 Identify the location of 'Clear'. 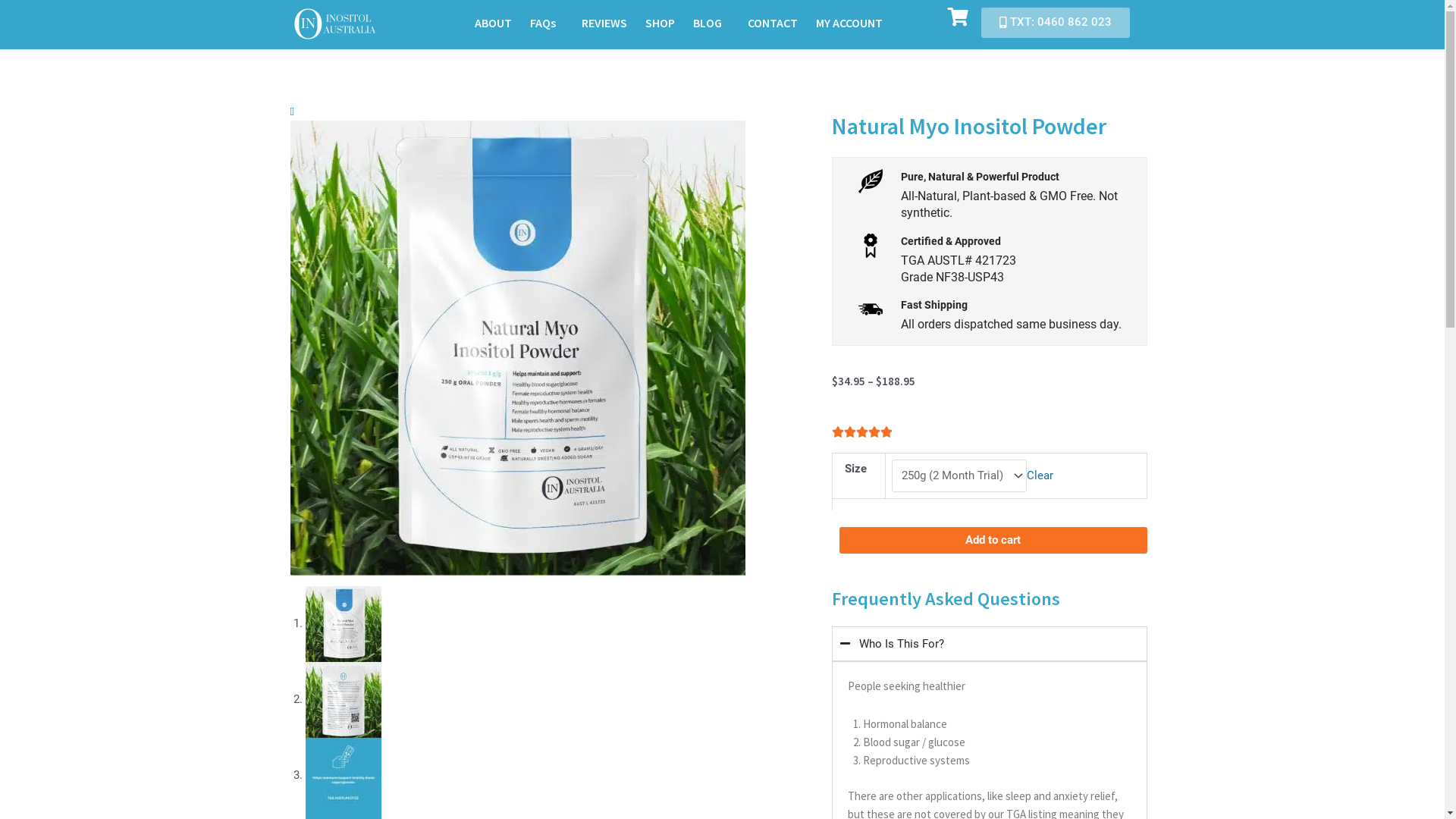
(1026, 475).